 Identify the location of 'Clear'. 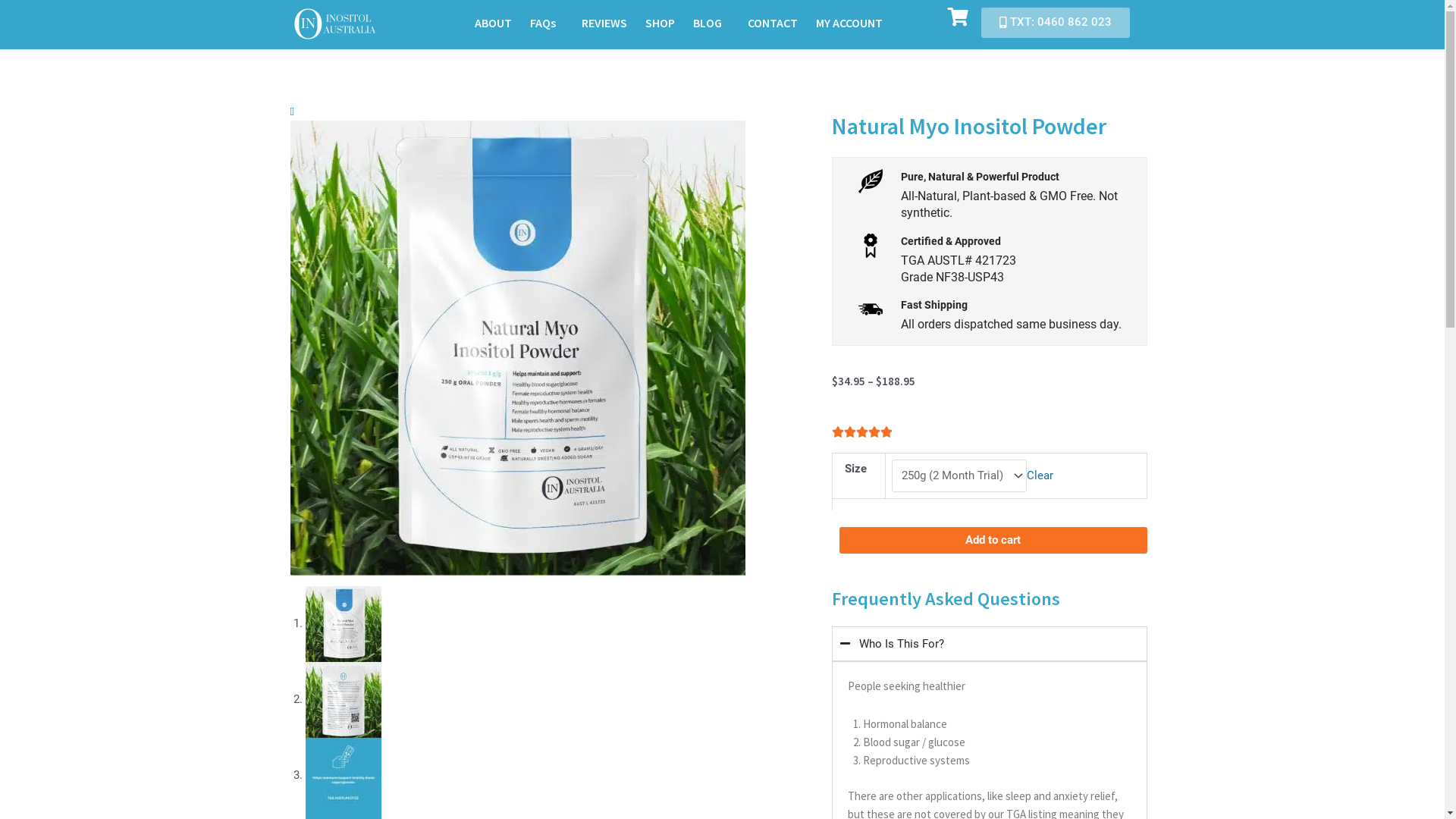
(1026, 475).